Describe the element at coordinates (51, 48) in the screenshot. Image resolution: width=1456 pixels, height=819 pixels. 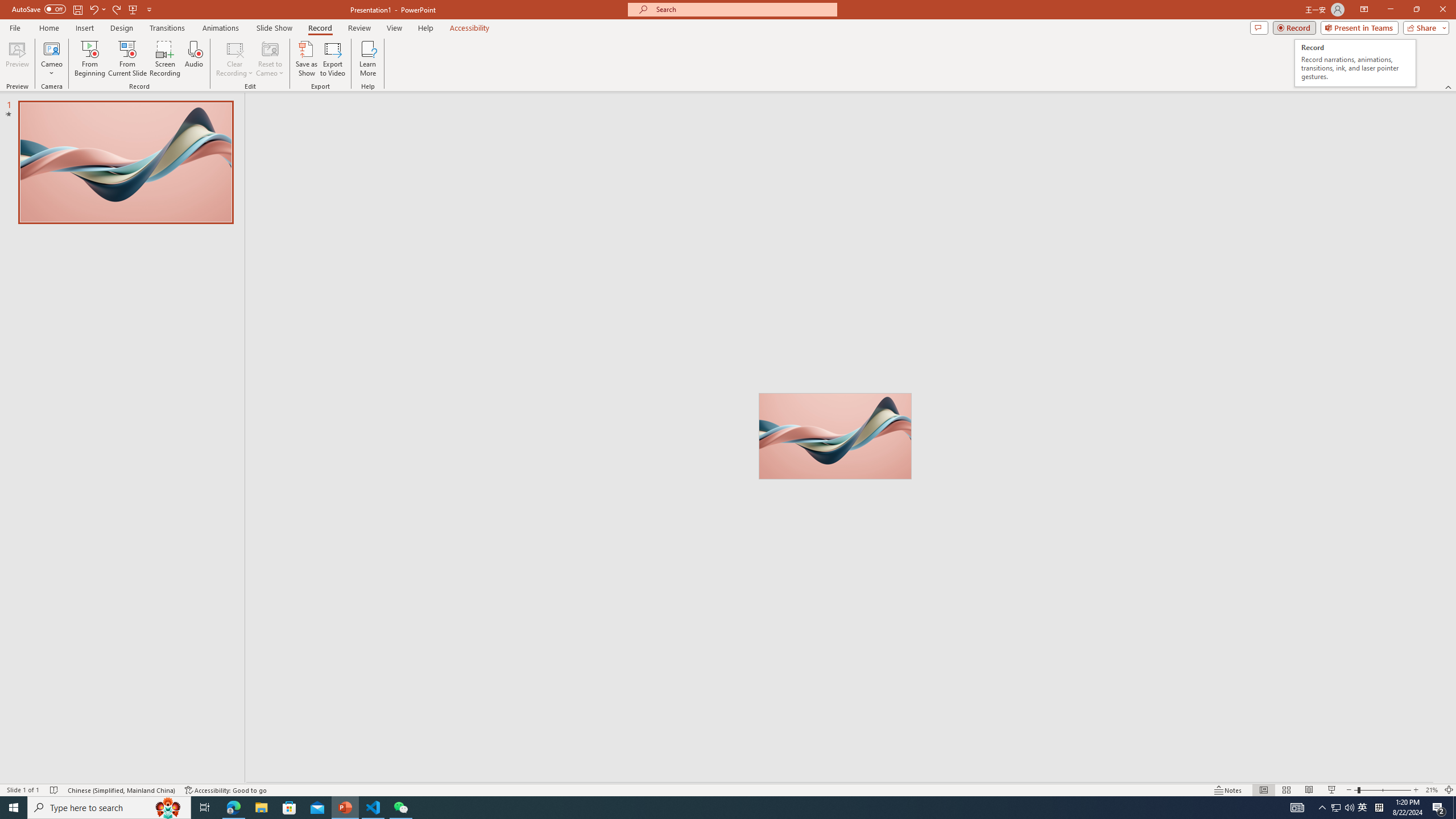
I see `'Cameo'` at that location.